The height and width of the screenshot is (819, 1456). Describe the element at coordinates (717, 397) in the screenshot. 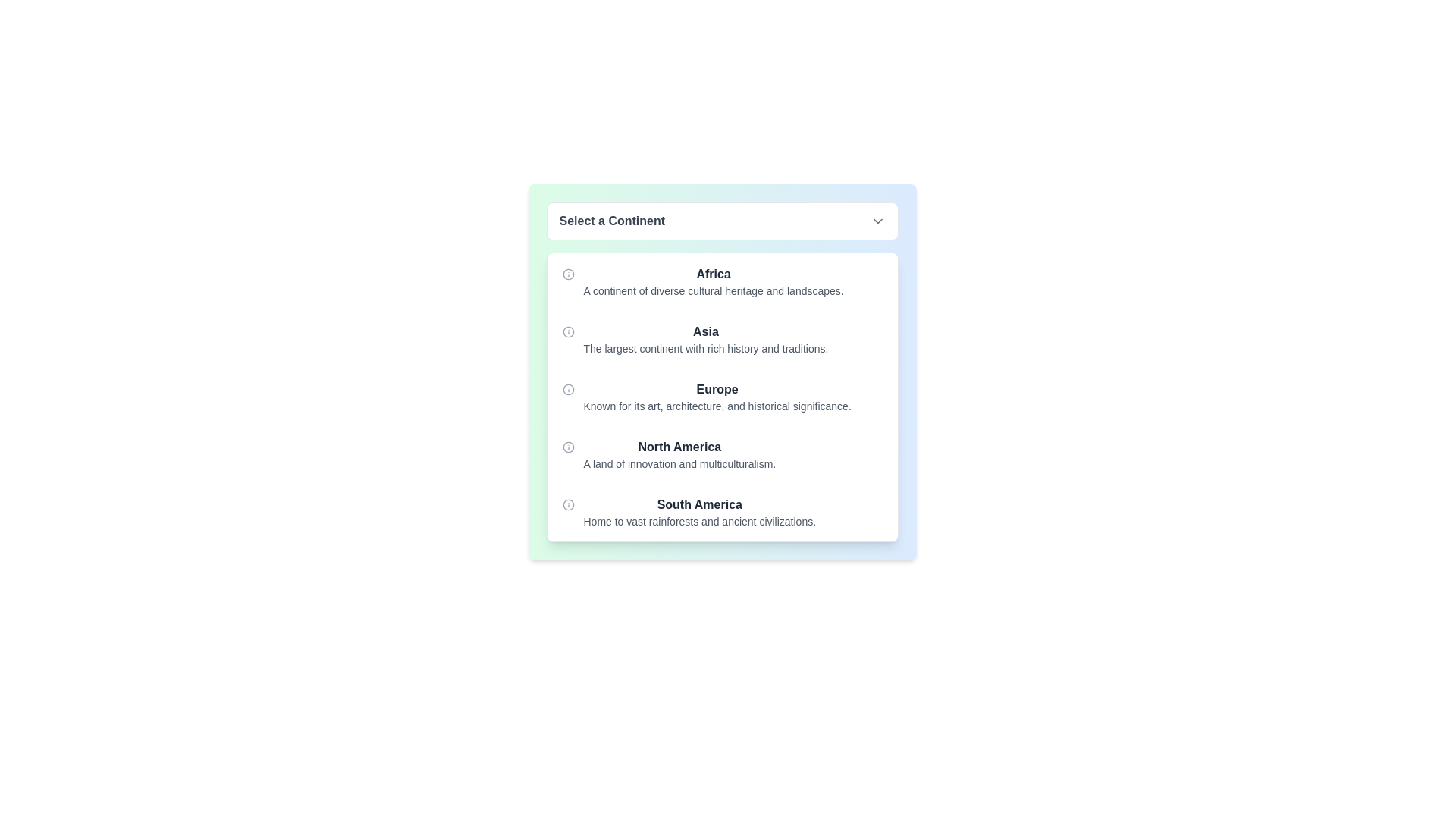

I see `the list item labeled 'Europe' in the selectable list under 'Select a Continent', which is positioned between 'Asia' and 'North America'` at that location.